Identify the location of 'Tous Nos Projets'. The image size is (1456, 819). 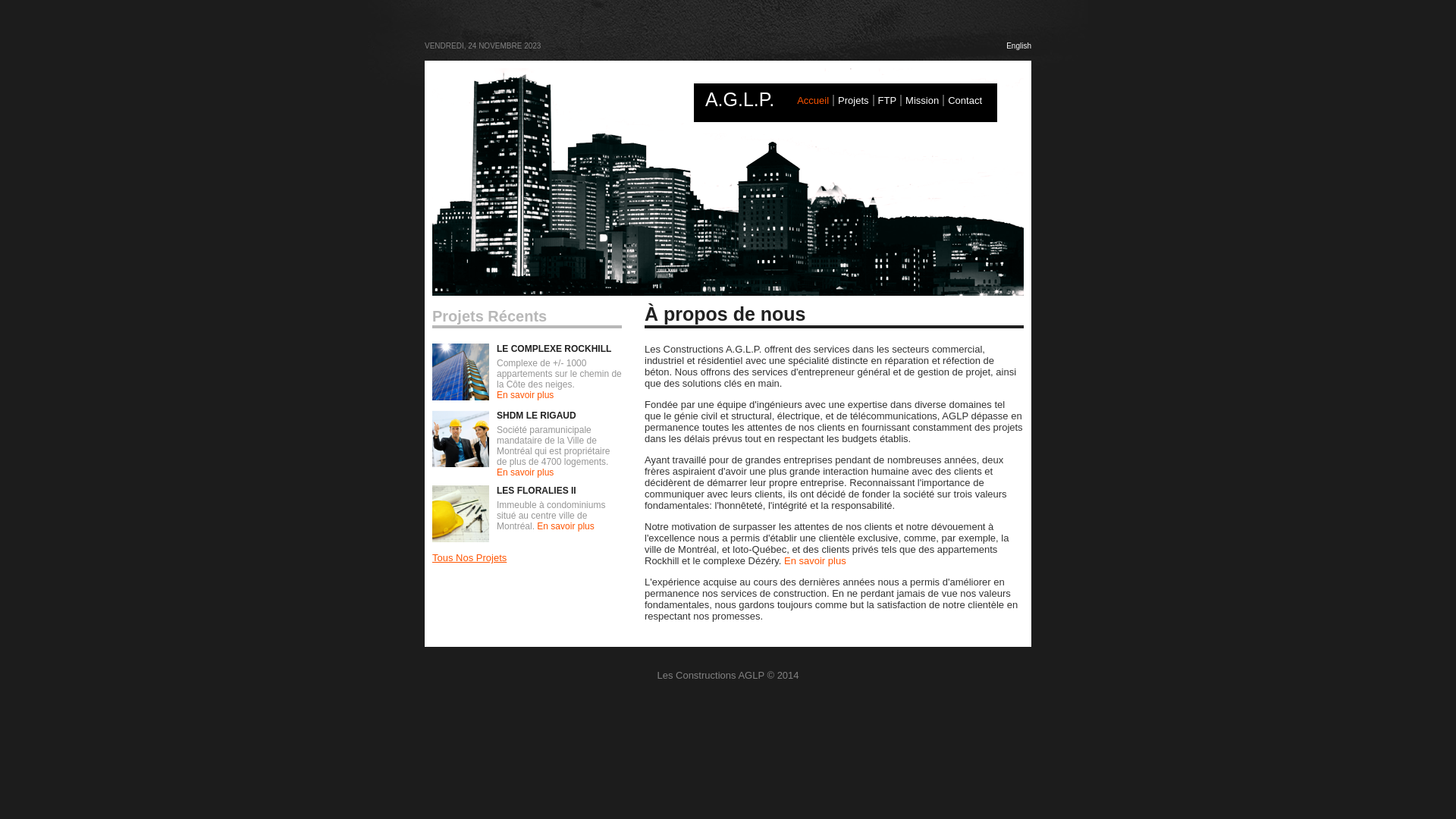
(469, 557).